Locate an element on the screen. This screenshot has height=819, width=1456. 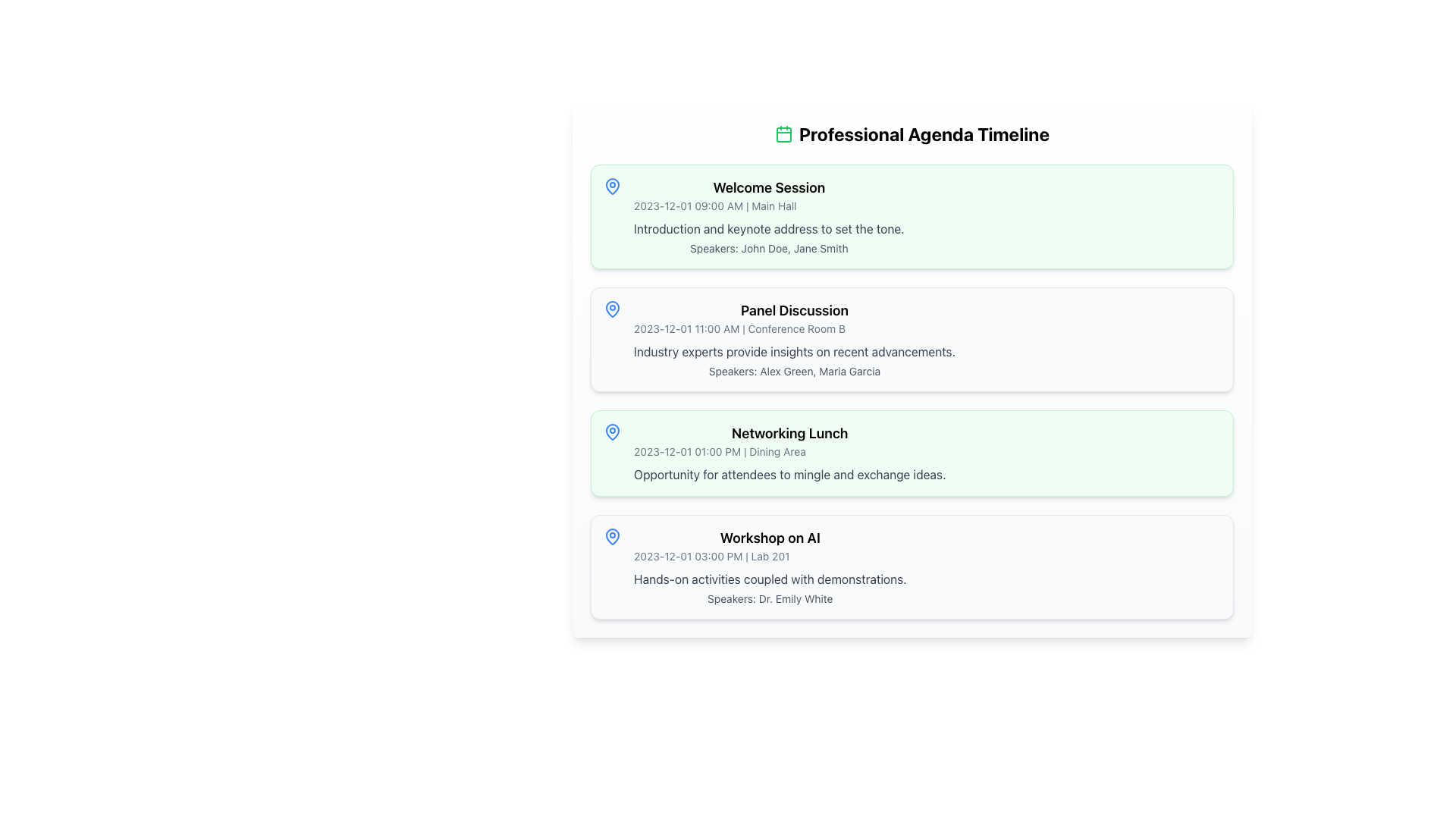
Text Label element displaying '2023-12-01 09:00 AM | Main Hall' which is located beneath the title 'Welcome Session' in the light green section of the 'Professional Agenda Timeline' is located at coordinates (769, 206).